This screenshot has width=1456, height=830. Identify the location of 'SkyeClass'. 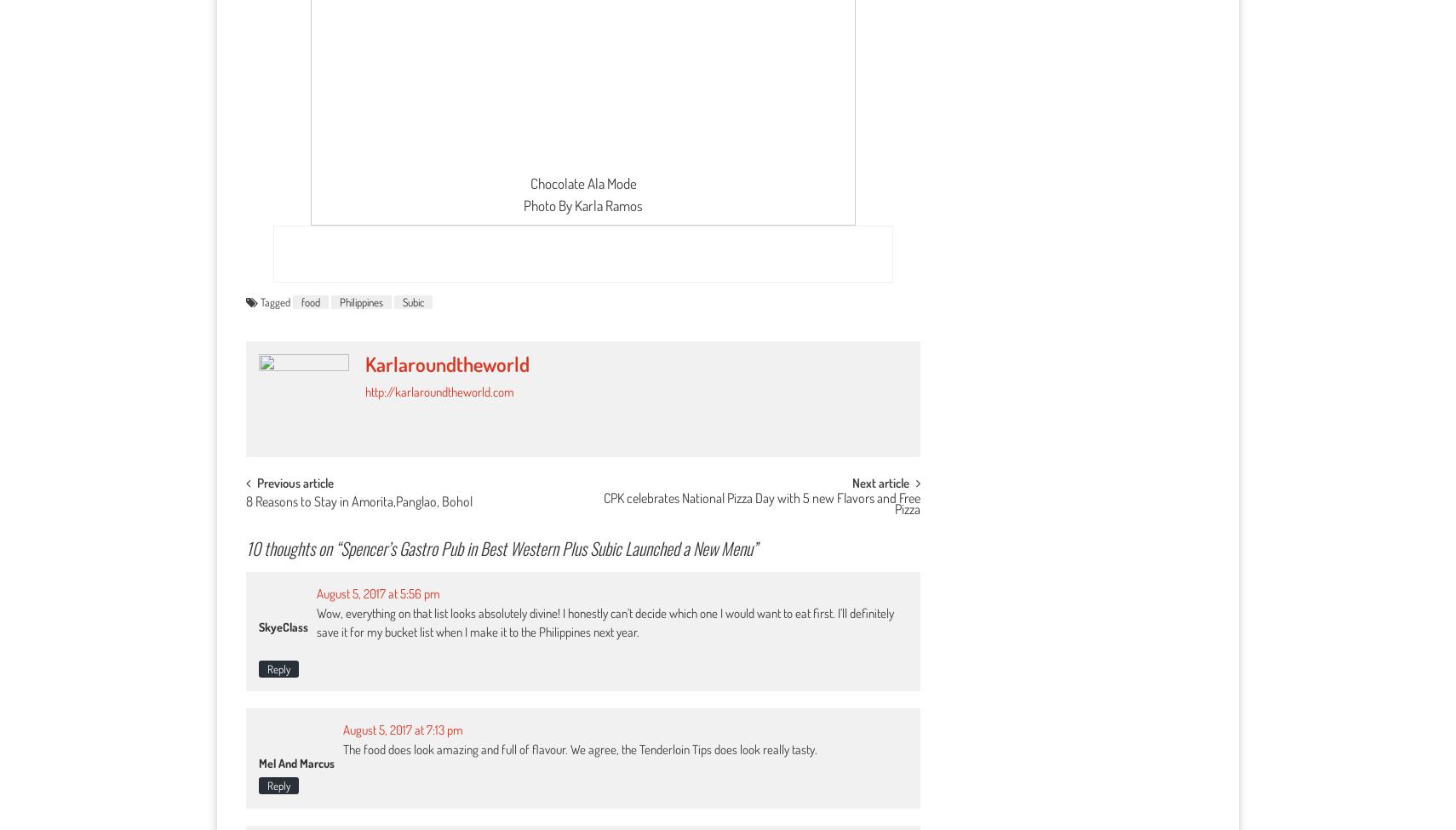
(258, 626).